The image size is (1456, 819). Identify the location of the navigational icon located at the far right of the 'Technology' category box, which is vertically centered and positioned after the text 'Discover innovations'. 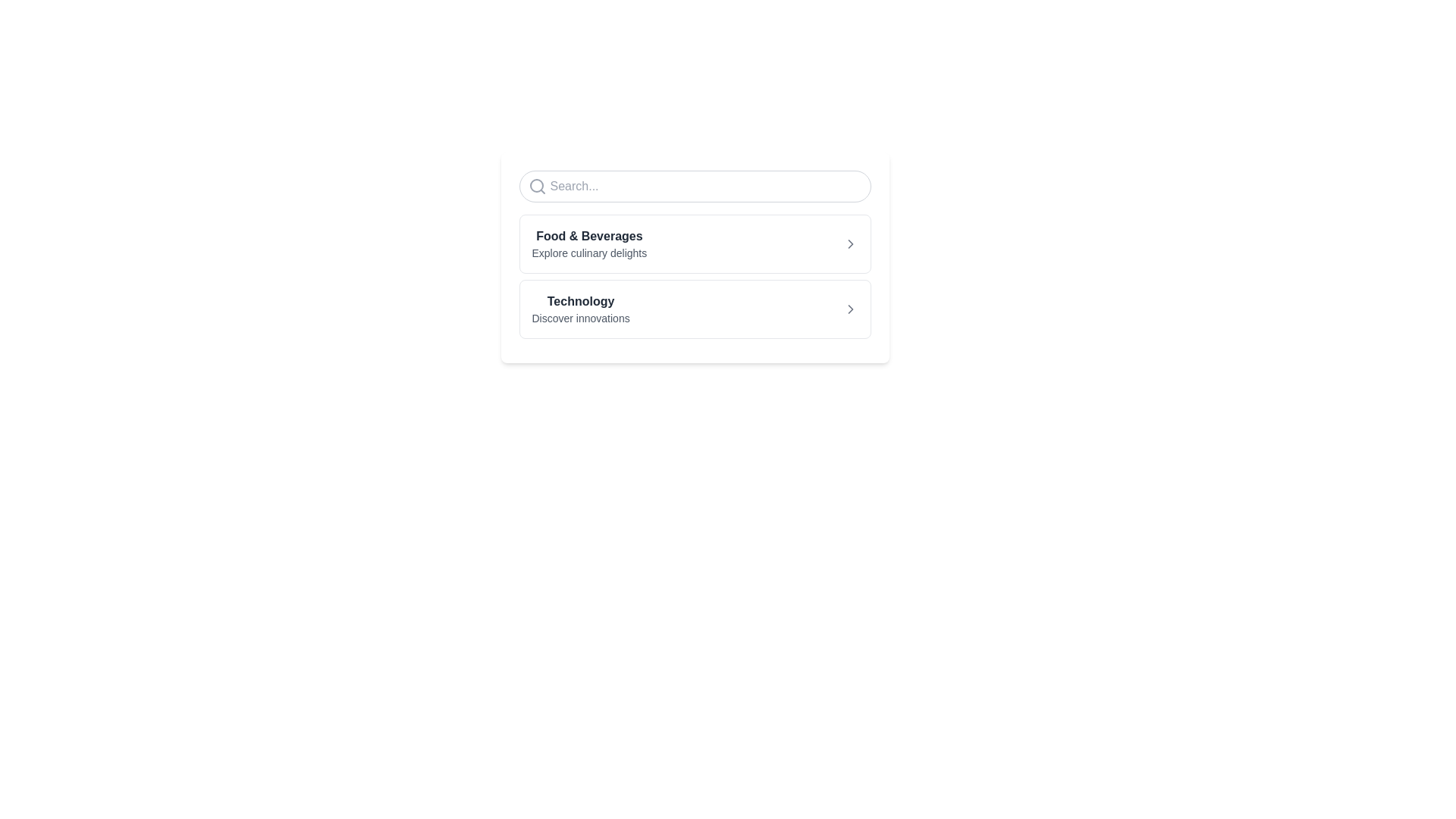
(850, 309).